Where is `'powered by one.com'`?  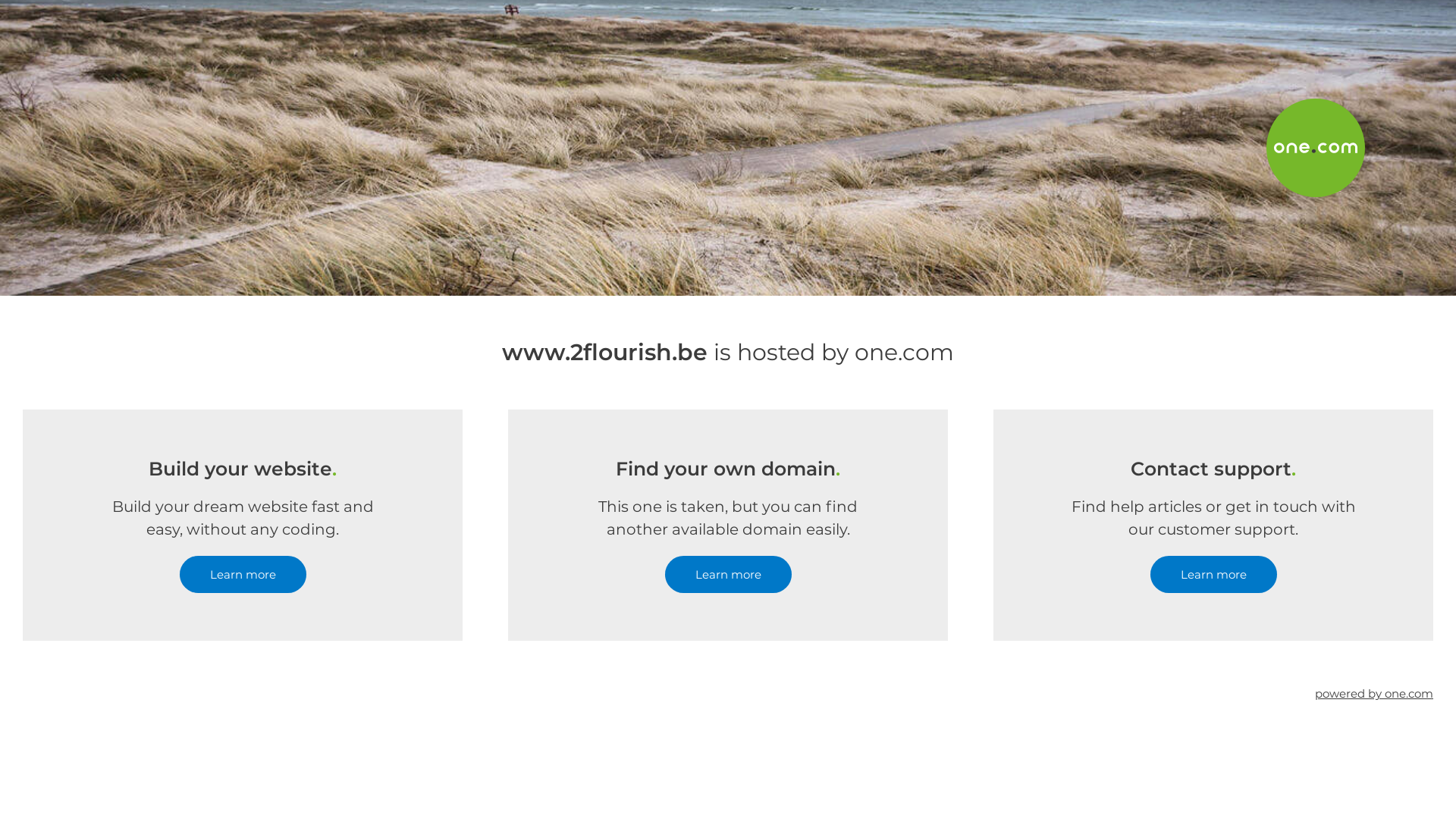 'powered by one.com' is located at coordinates (1313, 693).